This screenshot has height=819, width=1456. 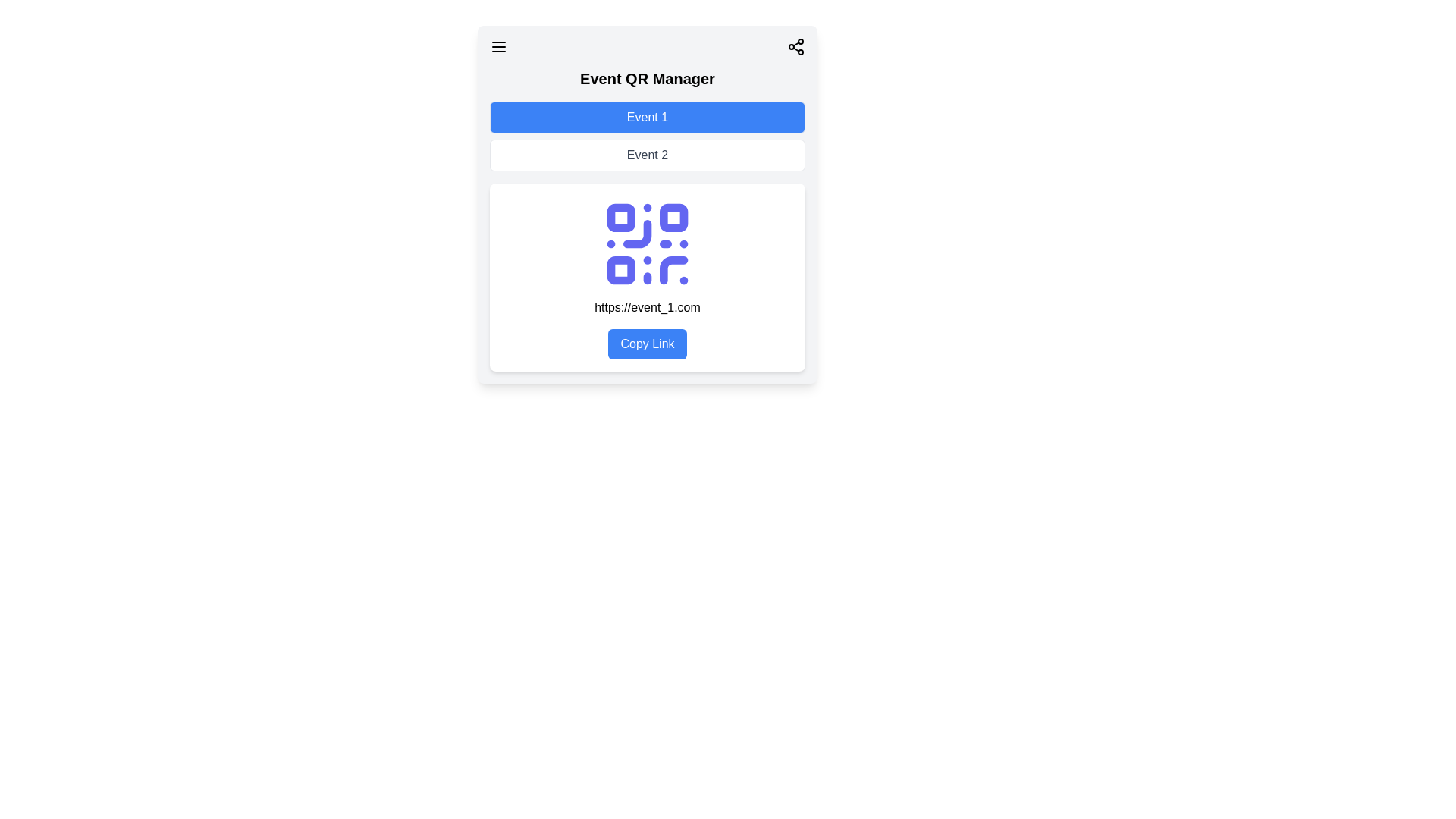 I want to click on the second square from the left on the top row of squares within the QR code in the 'Event QR Manager' content card, so click(x=673, y=218).